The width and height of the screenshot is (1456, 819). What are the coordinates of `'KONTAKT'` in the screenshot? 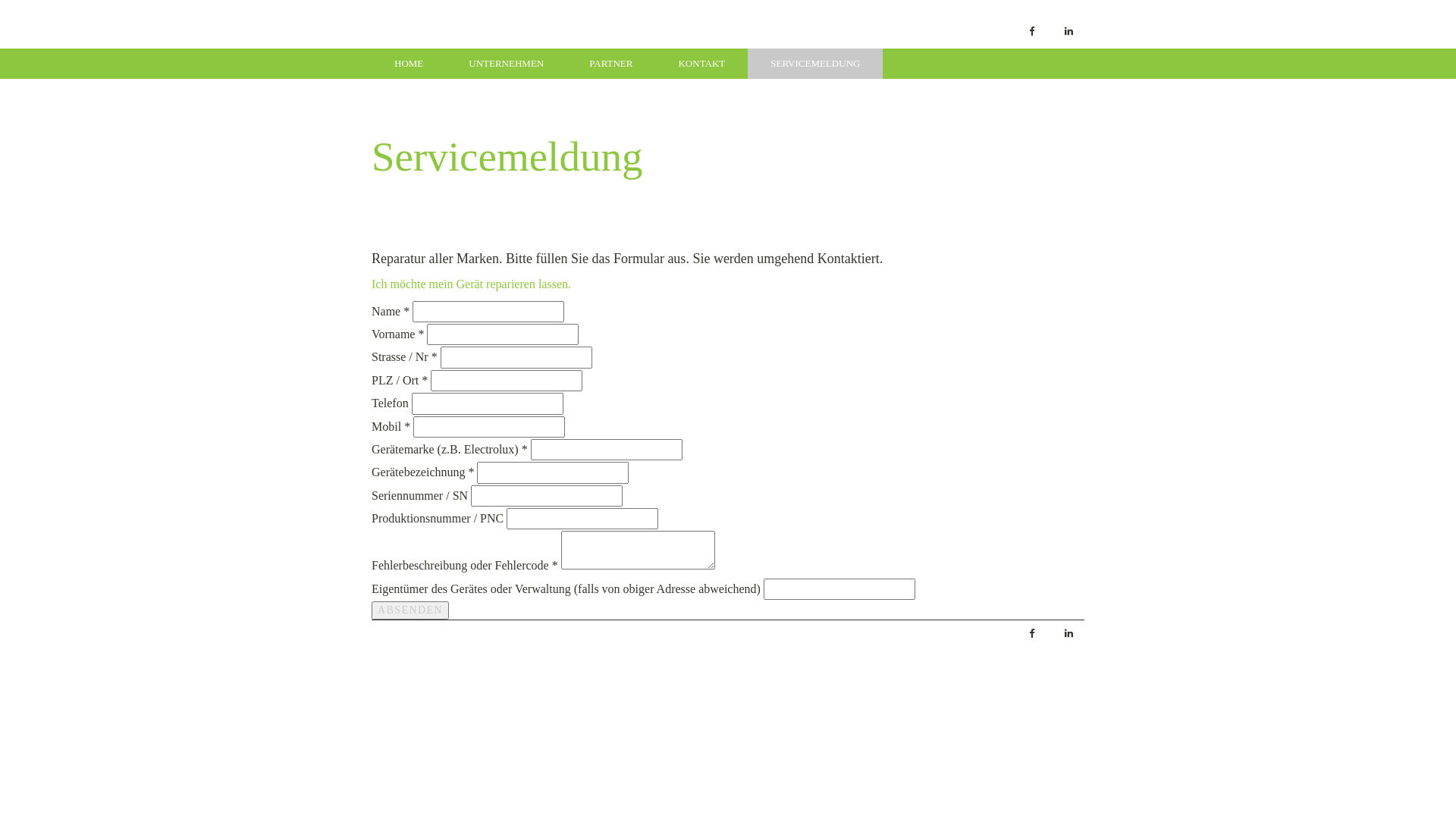 It's located at (701, 63).